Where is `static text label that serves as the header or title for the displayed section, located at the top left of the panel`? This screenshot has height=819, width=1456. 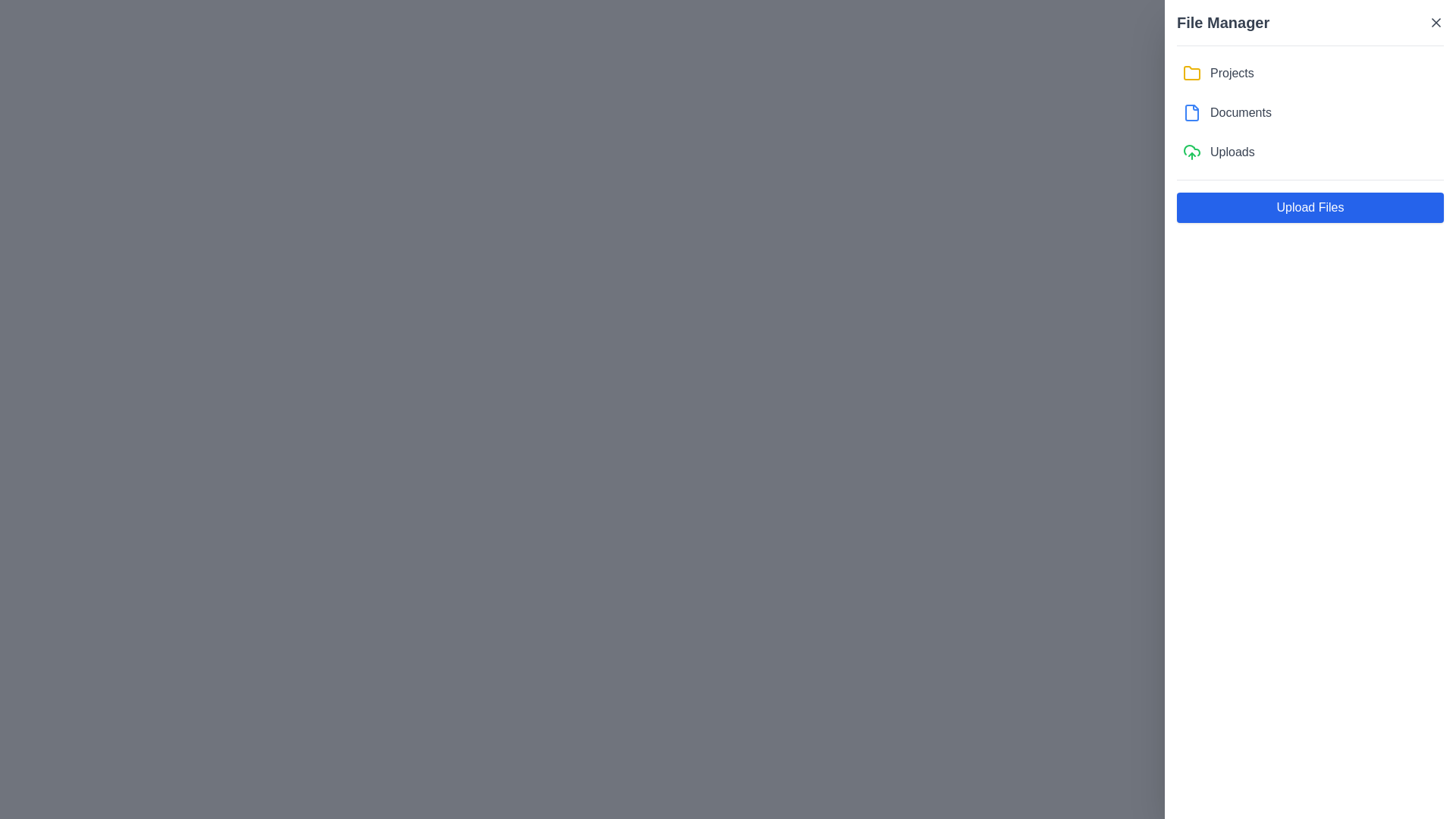
static text label that serves as the header or title for the displayed section, located at the top left of the panel is located at coordinates (1223, 23).